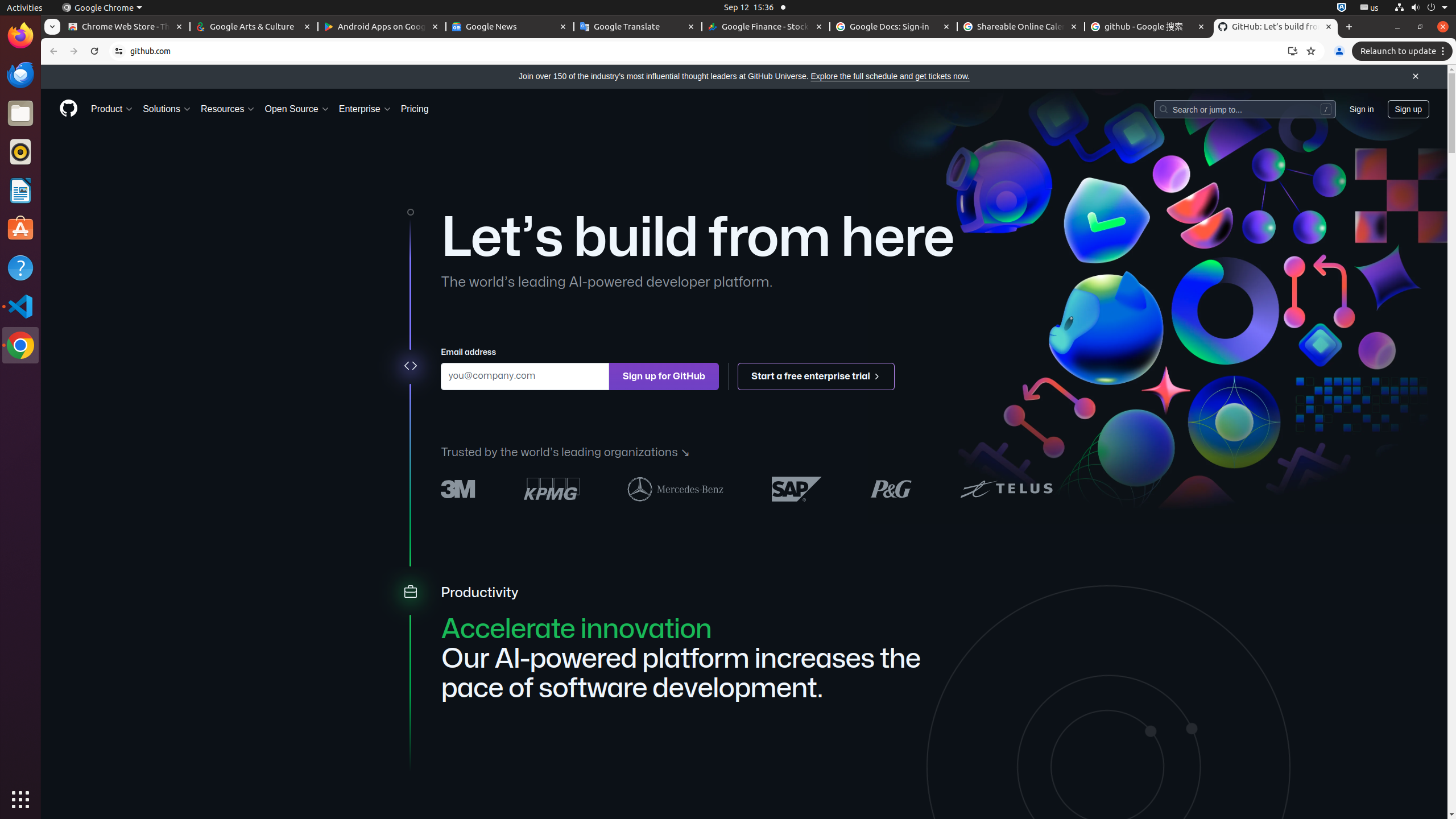 The width and height of the screenshot is (1456, 819). What do you see at coordinates (1148, 26) in the screenshot?
I see `'github - Google 搜索 - Memory usage - 112 MB'` at bounding box center [1148, 26].